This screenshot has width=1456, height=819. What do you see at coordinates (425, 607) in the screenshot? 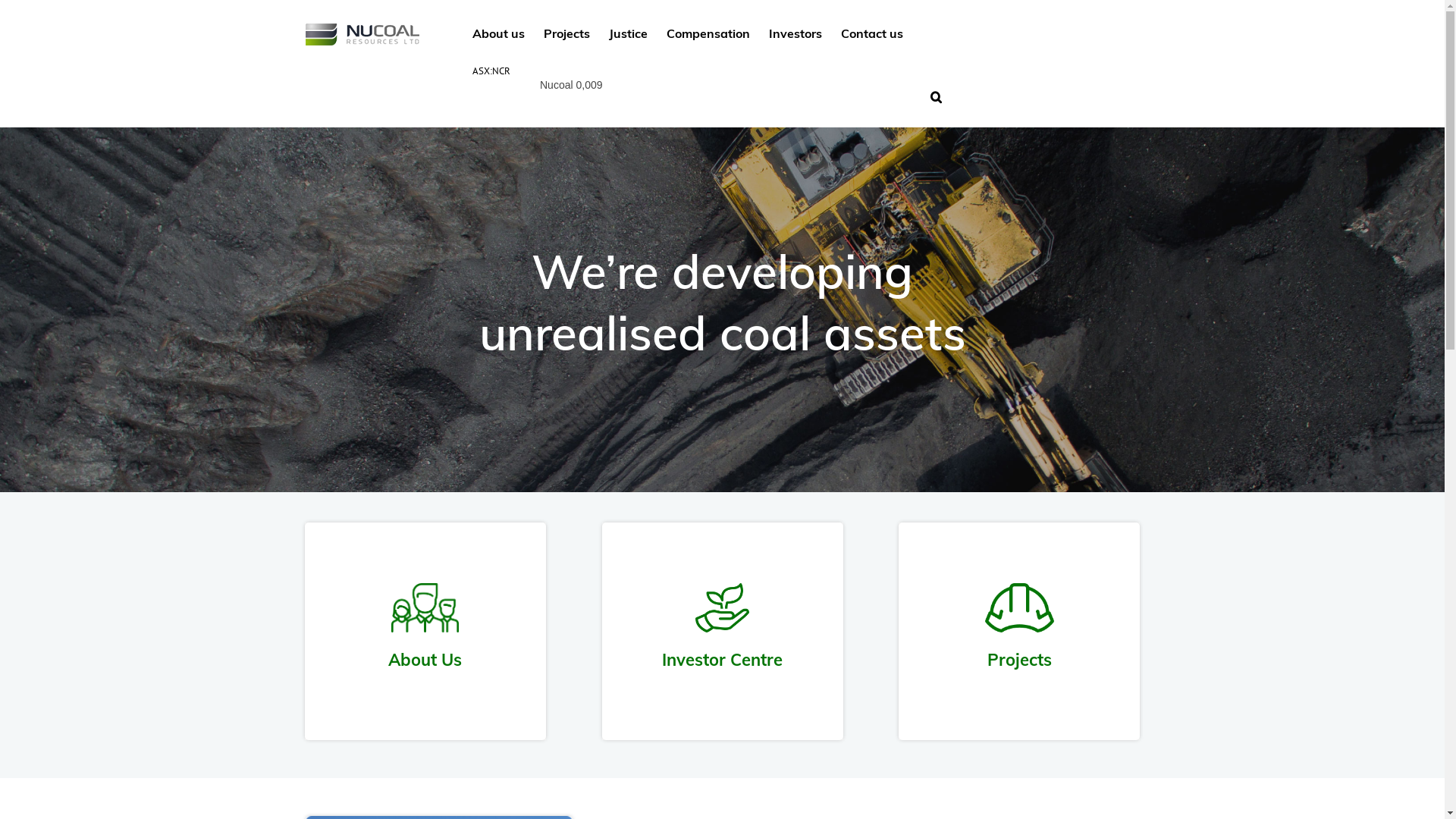
I see `'team-green-icon'` at bounding box center [425, 607].